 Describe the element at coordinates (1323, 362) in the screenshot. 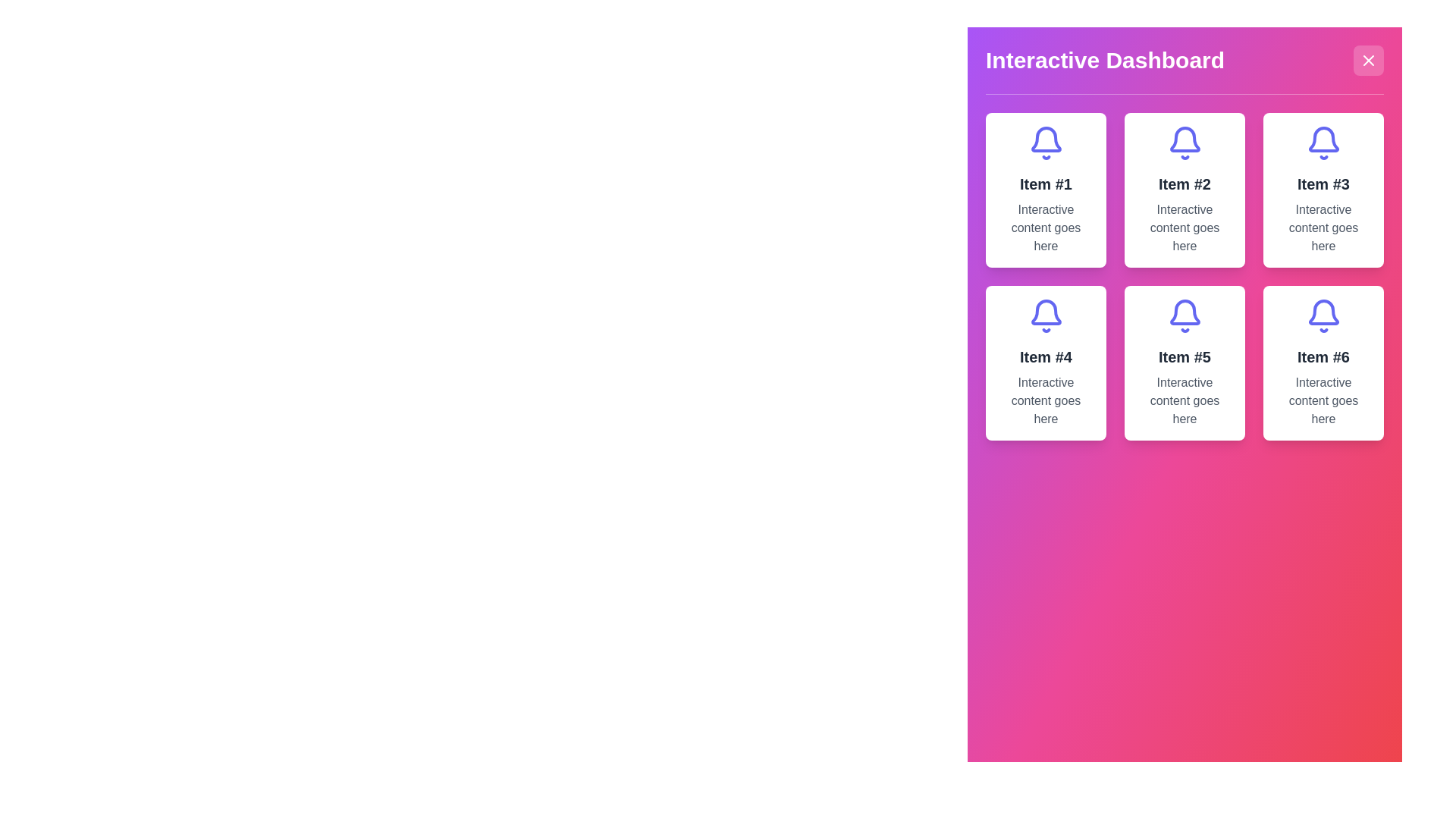

I see `the informative card or panel located in the bottom-right corner of the grid, which provides information with a title, icon, and description` at that location.